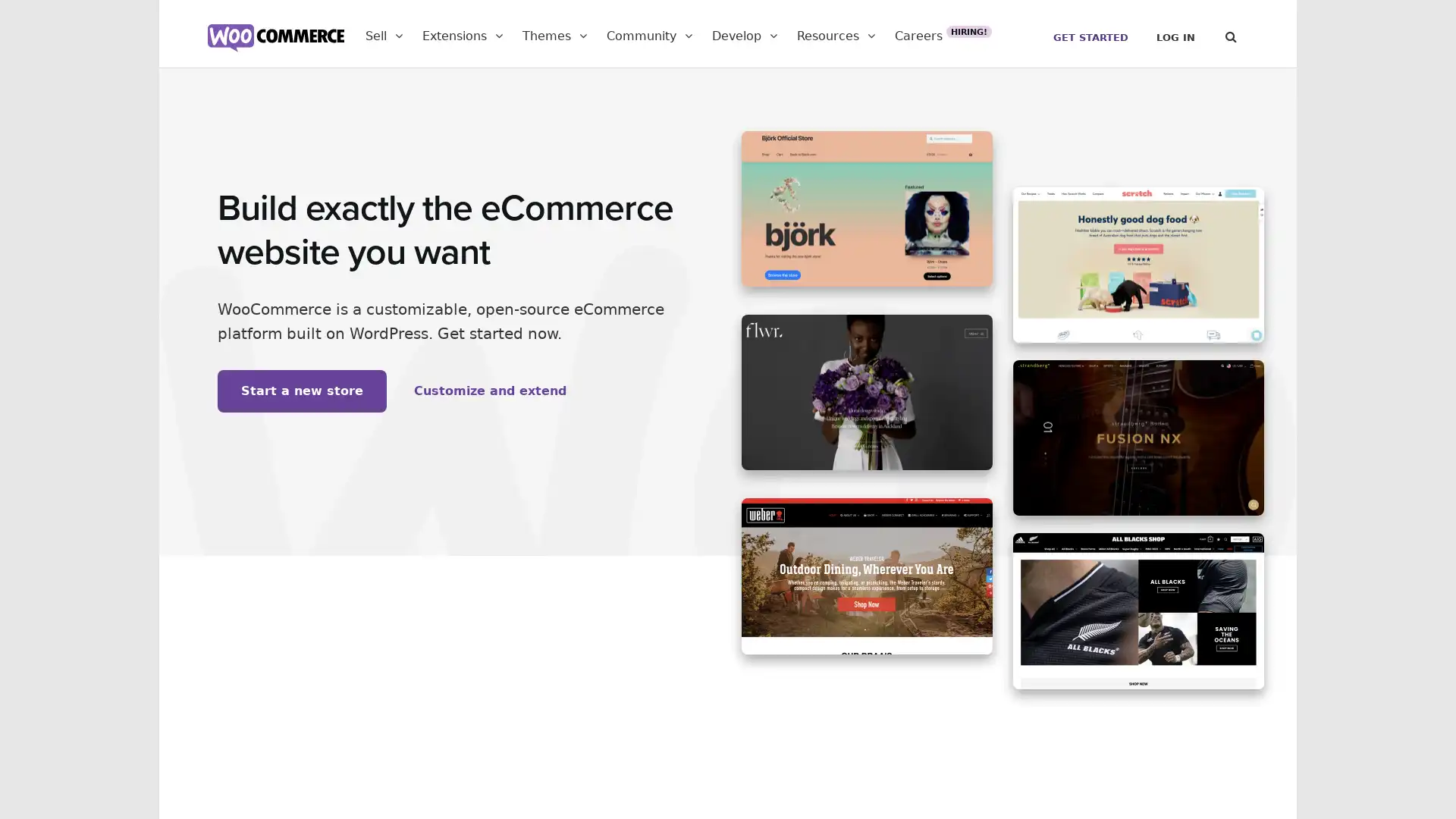 The height and width of the screenshot is (819, 1456). What do you see at coordinates (1231, 36) in the screenshot?
I see `Search` at bounding box center [1231, 36].